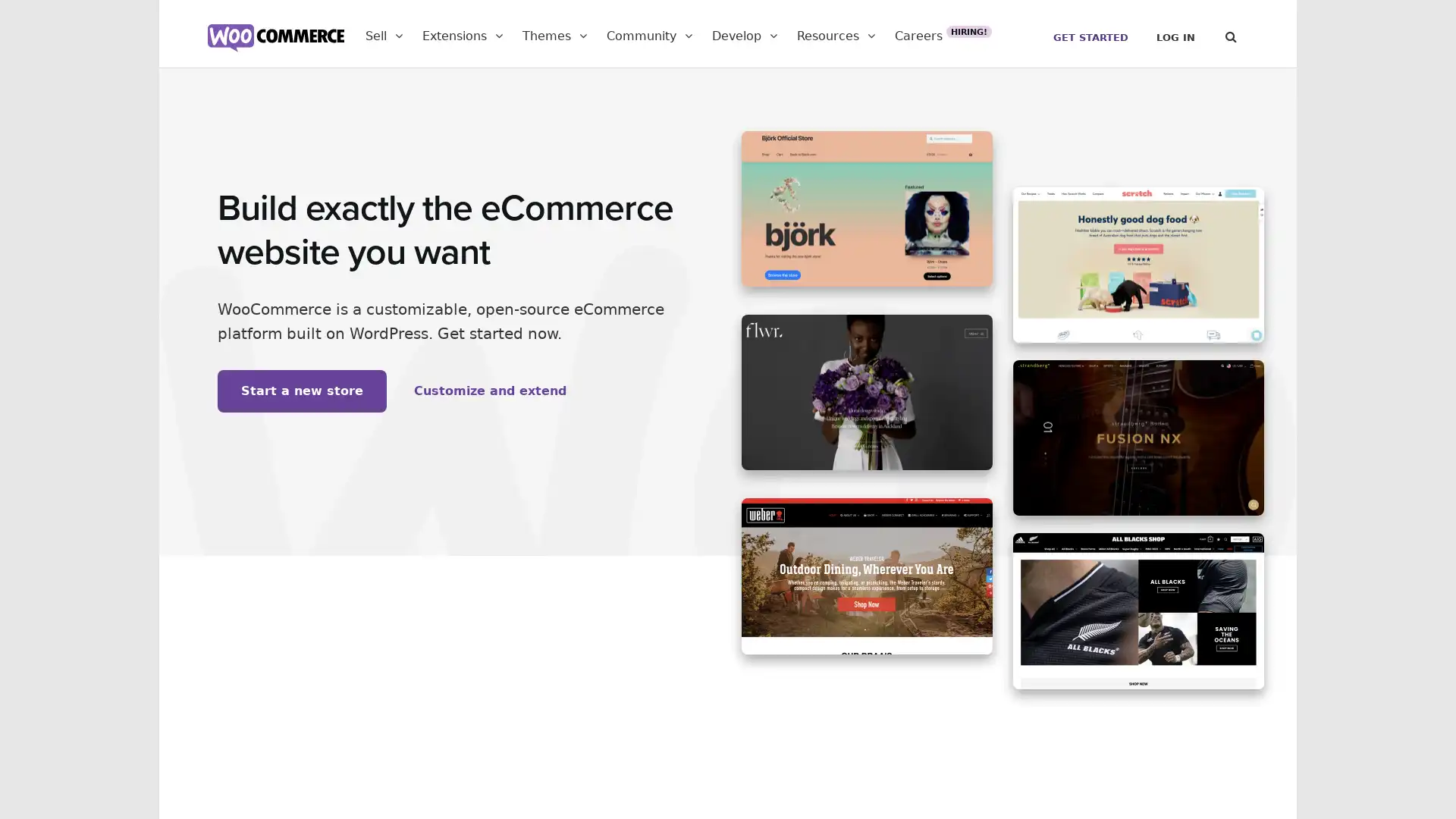 The height and width of the screenshot is (819, 1456). What do you see at coordinates (1231, 36) in the screenshot?
I see `Search` at bounding box center [1231, 36].